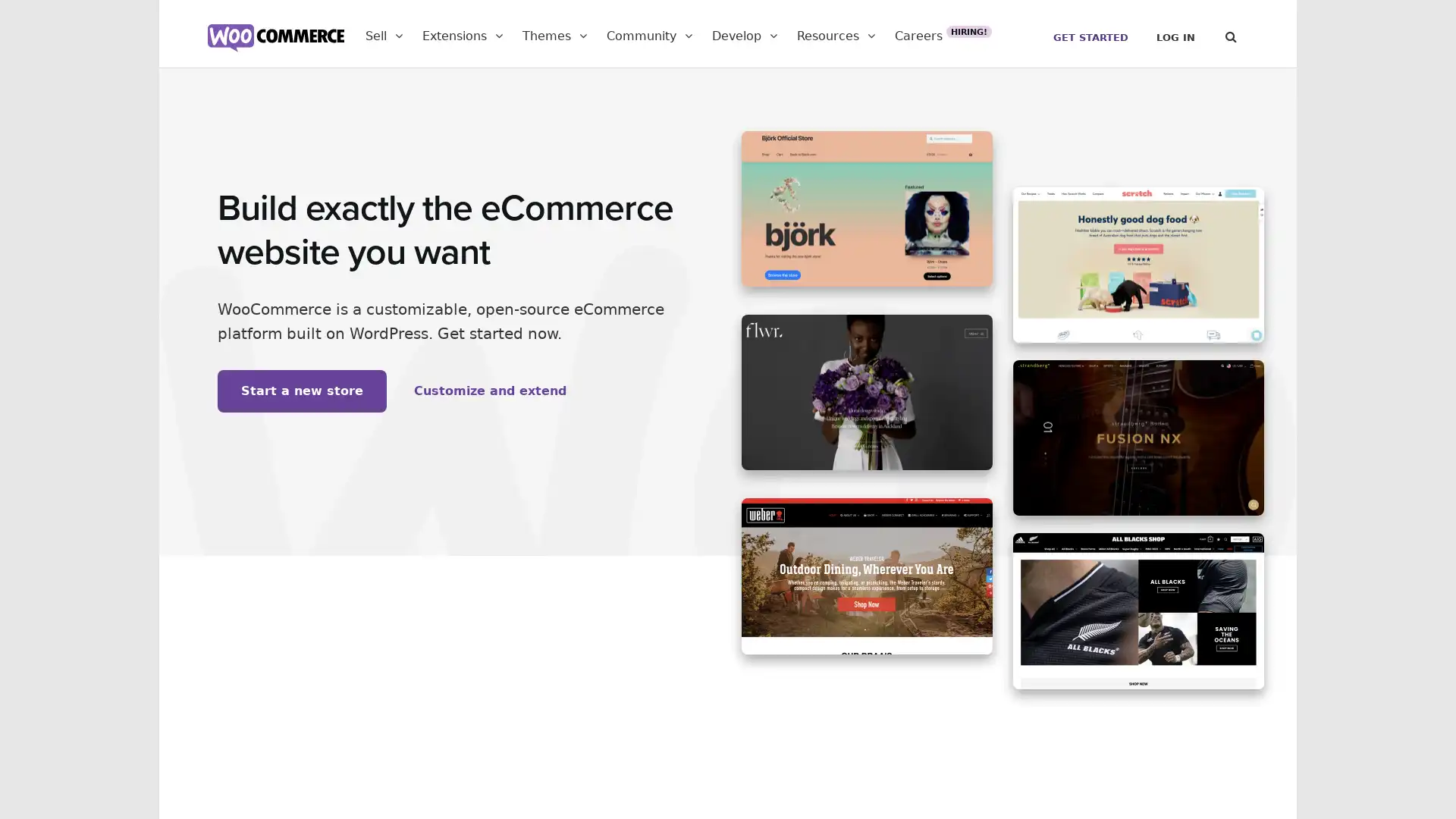 The height and width of the screenshot is (819, 1456). What do you see at coordinates (1231, 36) in the screenshot?
I see `Search` at bounding box center [1231, 36].